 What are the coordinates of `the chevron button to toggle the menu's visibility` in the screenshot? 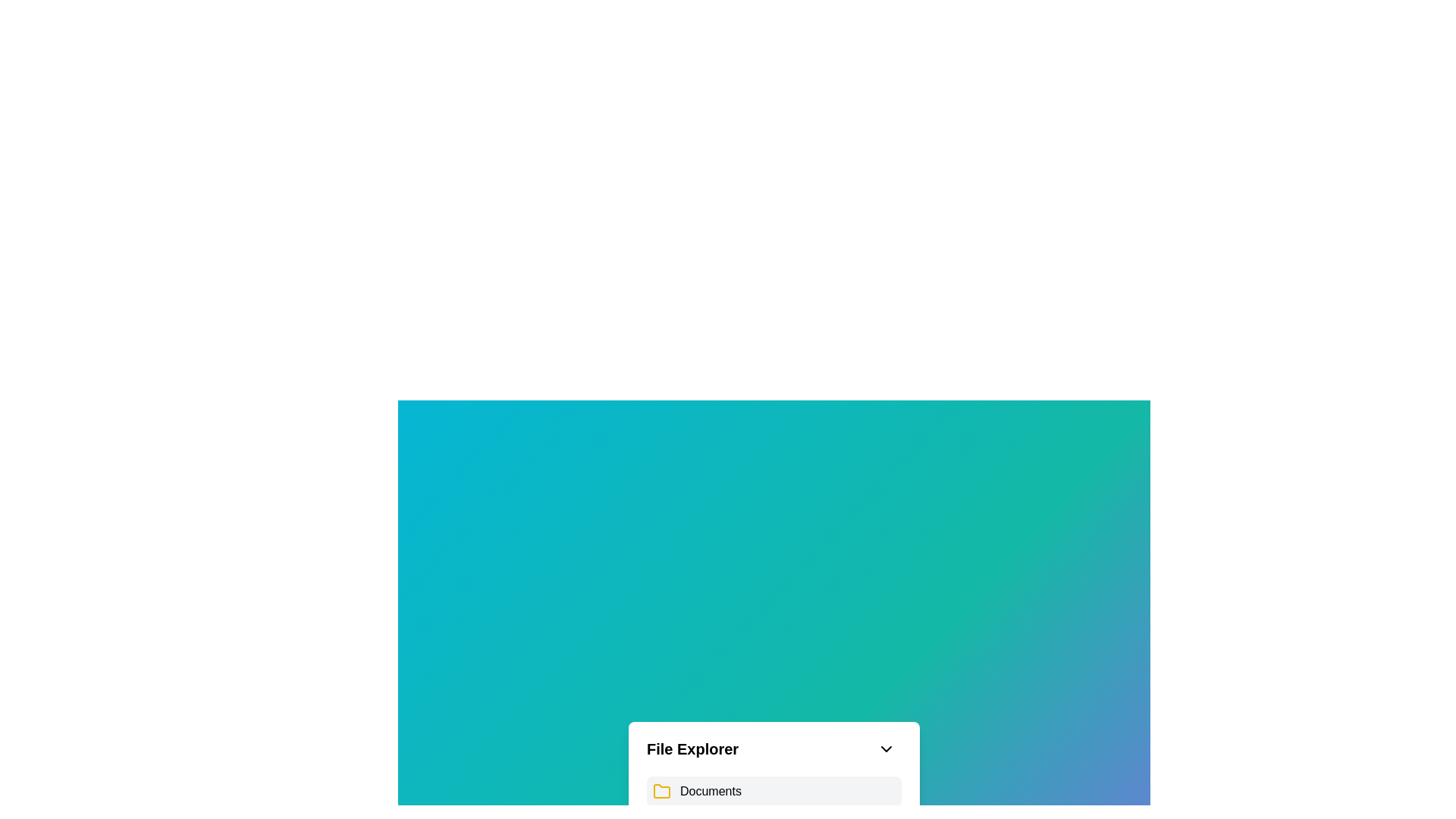 It's located at (886, 748).